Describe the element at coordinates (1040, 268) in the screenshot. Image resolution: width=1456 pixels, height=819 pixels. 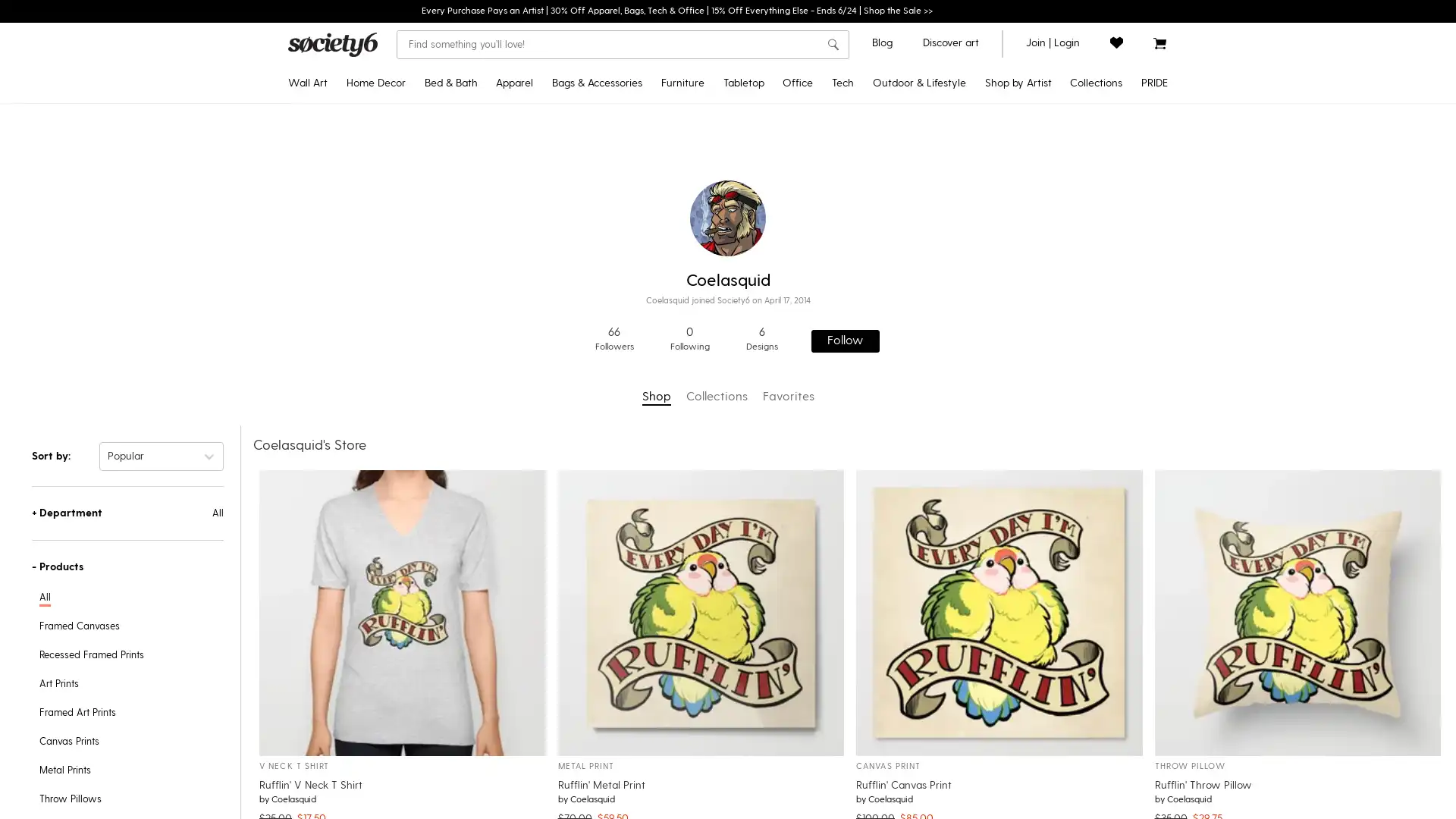
I see `Pantone Color of 2022` at that location.